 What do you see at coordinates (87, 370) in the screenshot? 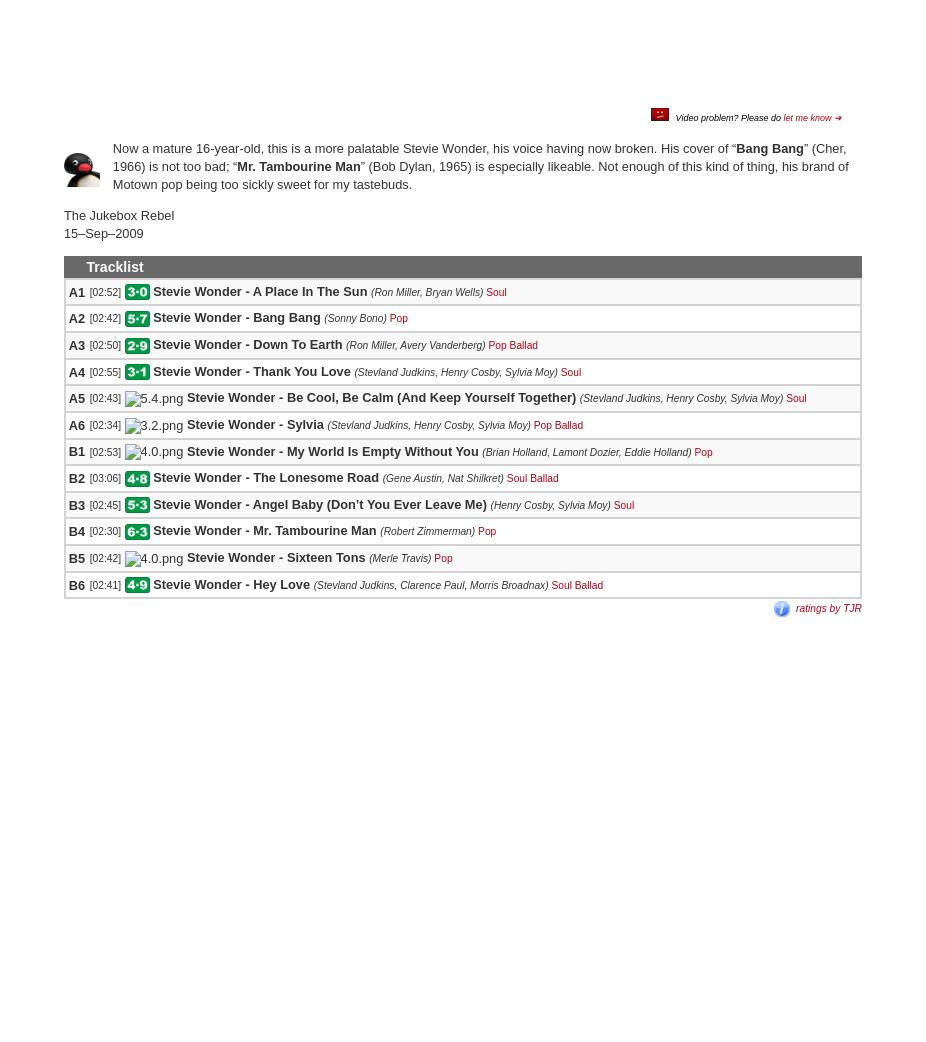
I see `'[02:55]'` at bounding box center [87, 370].